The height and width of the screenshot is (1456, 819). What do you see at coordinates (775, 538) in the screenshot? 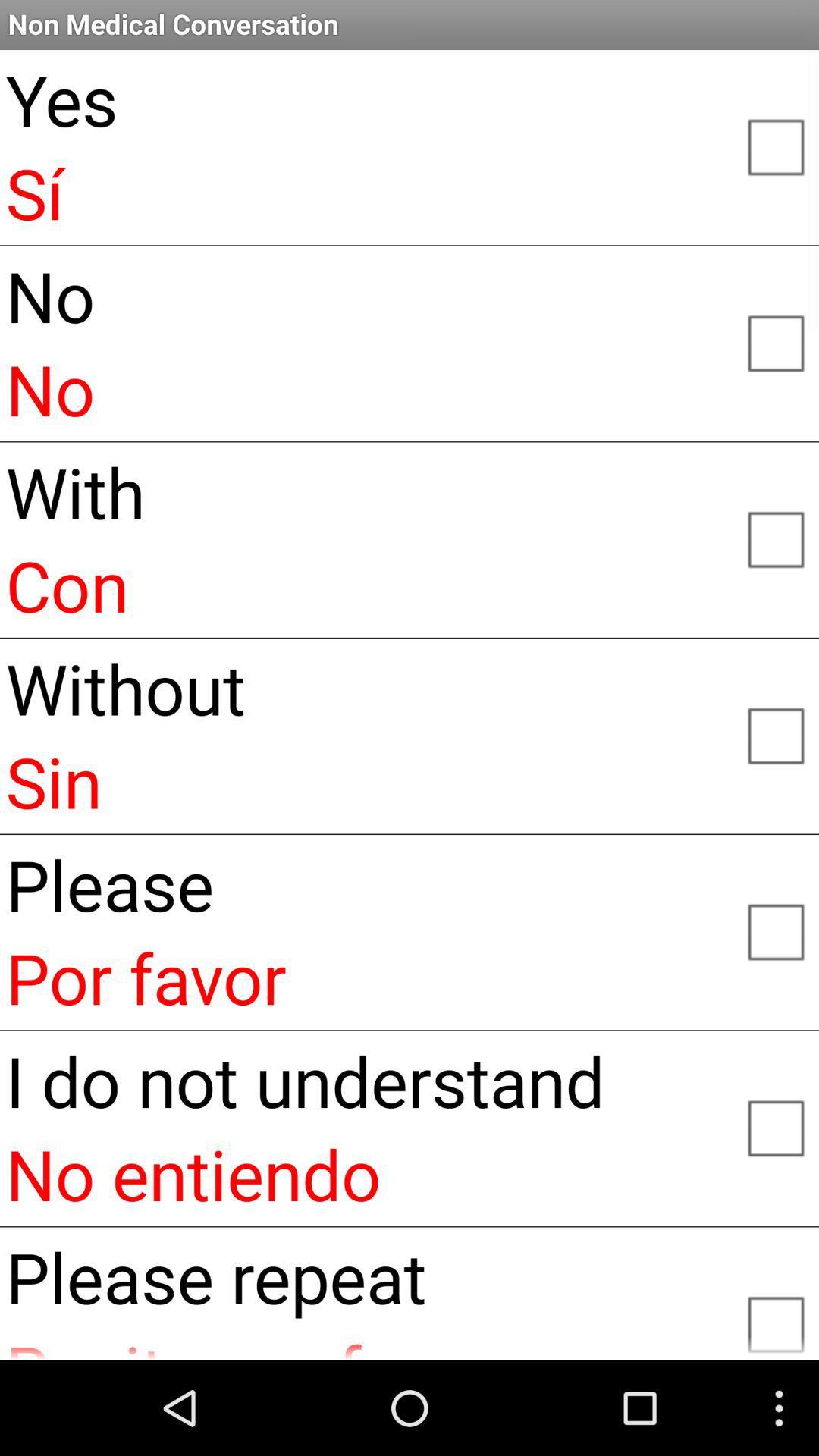
I see `this option` at bounding box center [775, 538].